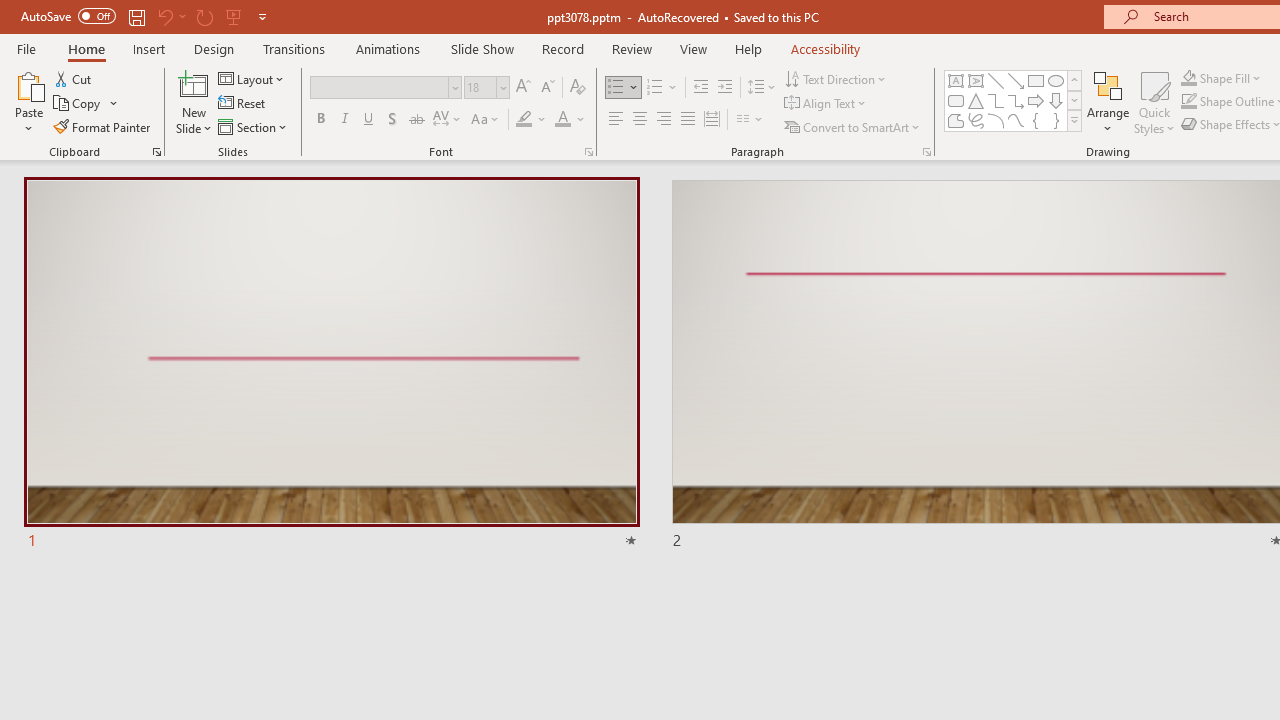 The image size is (1280, 720). I want to click on 'Section', so click(253, 127).